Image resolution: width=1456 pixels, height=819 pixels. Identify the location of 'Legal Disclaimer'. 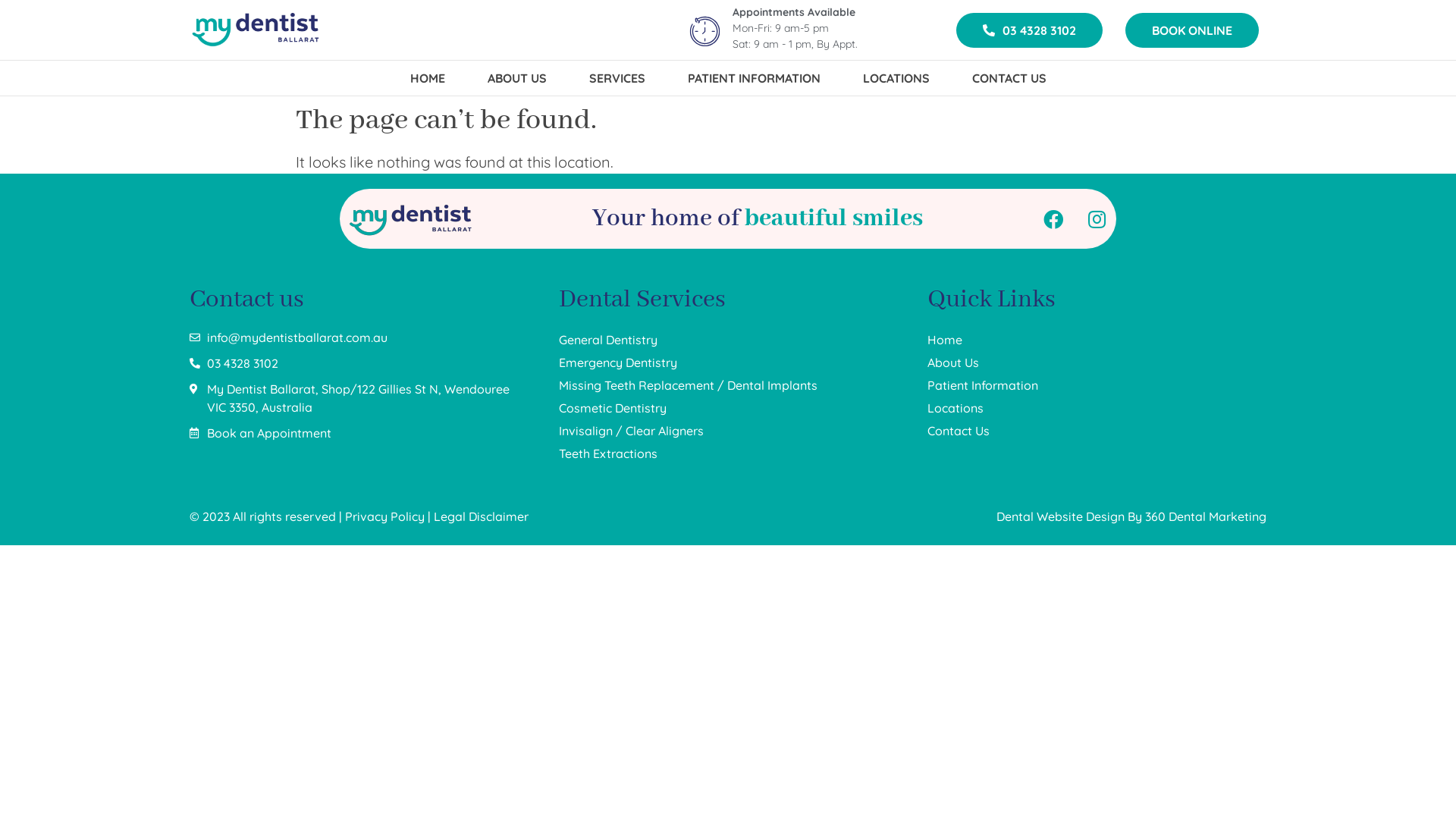
(480, 516).